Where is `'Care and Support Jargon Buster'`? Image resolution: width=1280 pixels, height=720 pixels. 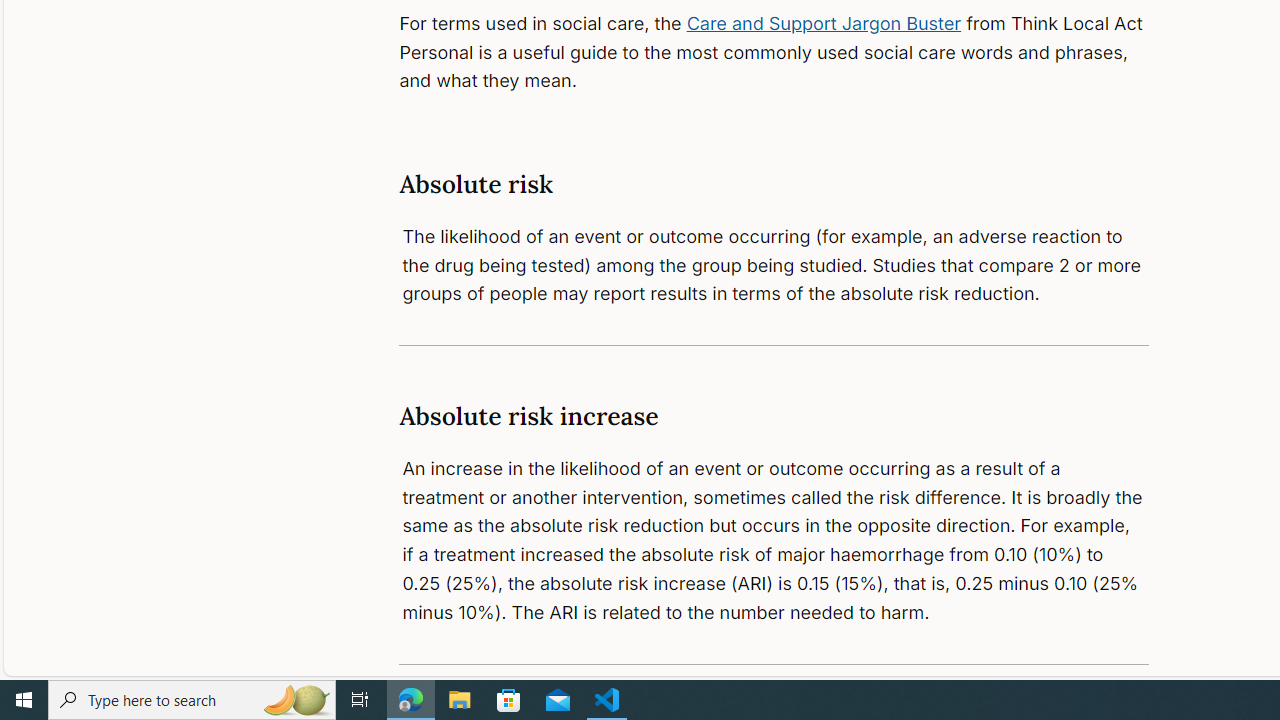 'Care and Support Jargon Buster' is located at coordinates (824, 23).